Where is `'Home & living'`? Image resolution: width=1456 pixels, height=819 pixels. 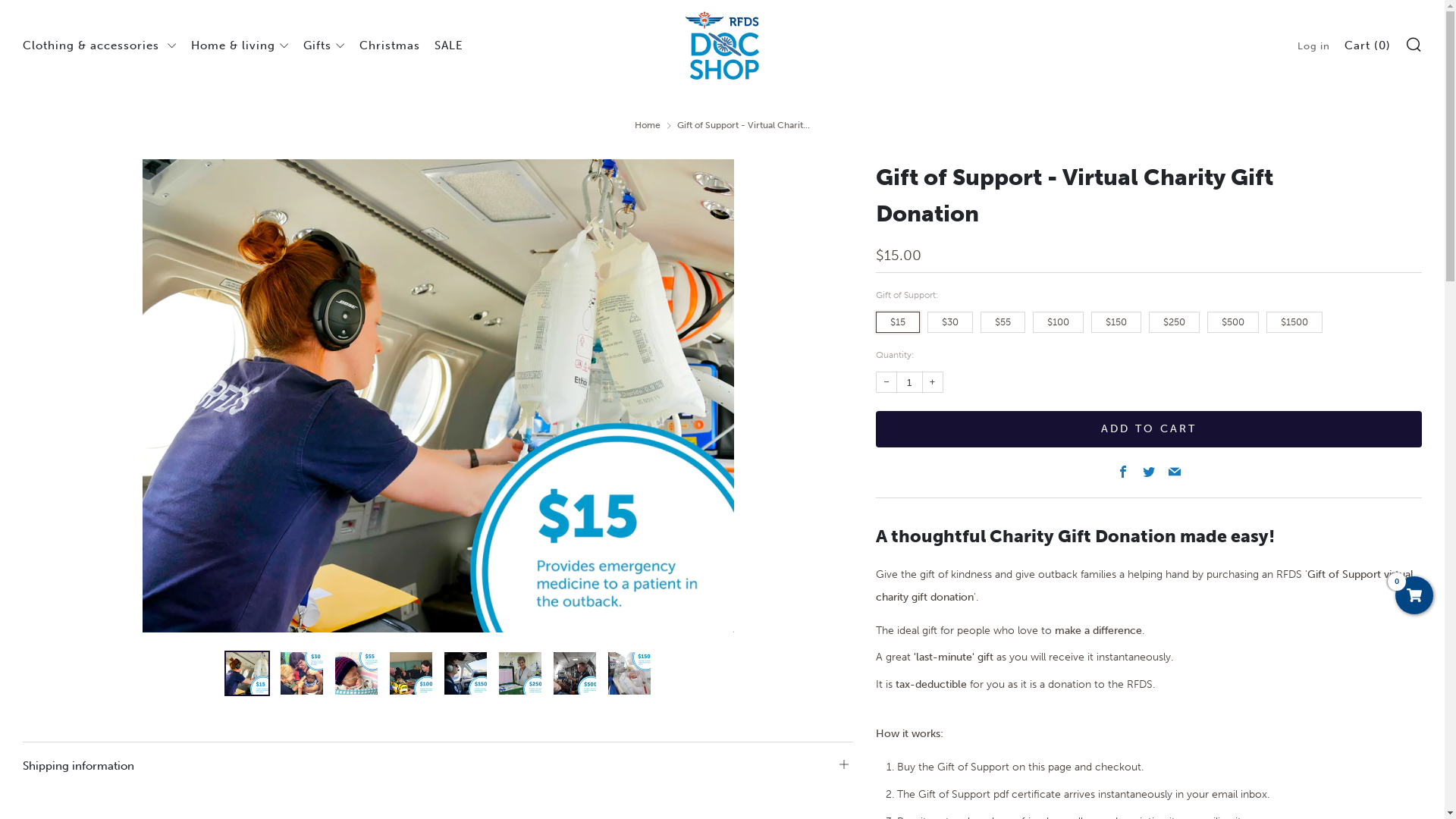 'Home & living' is located at coordinates (190, 45).